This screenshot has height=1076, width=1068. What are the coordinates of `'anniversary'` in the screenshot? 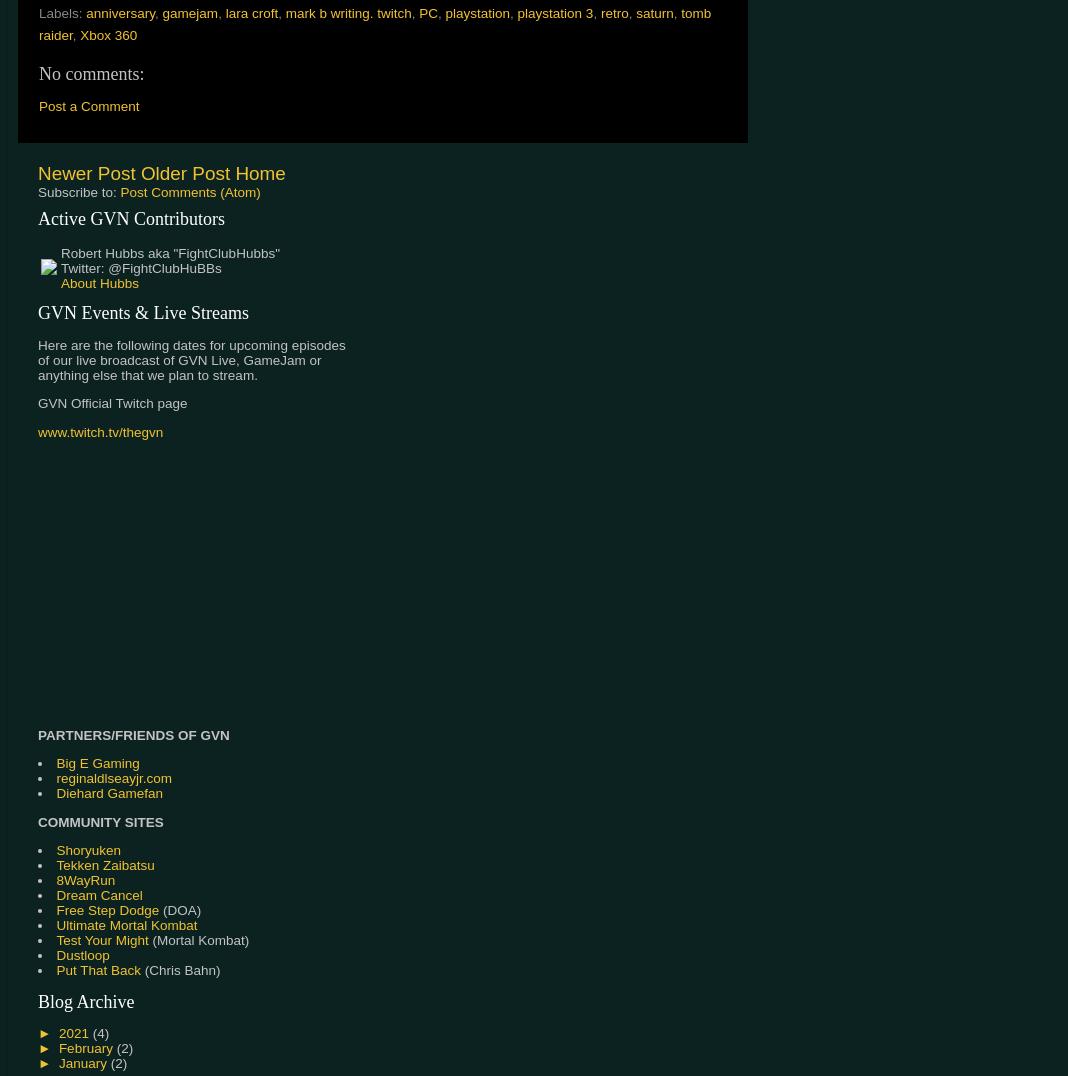 It's located at (119, 12).